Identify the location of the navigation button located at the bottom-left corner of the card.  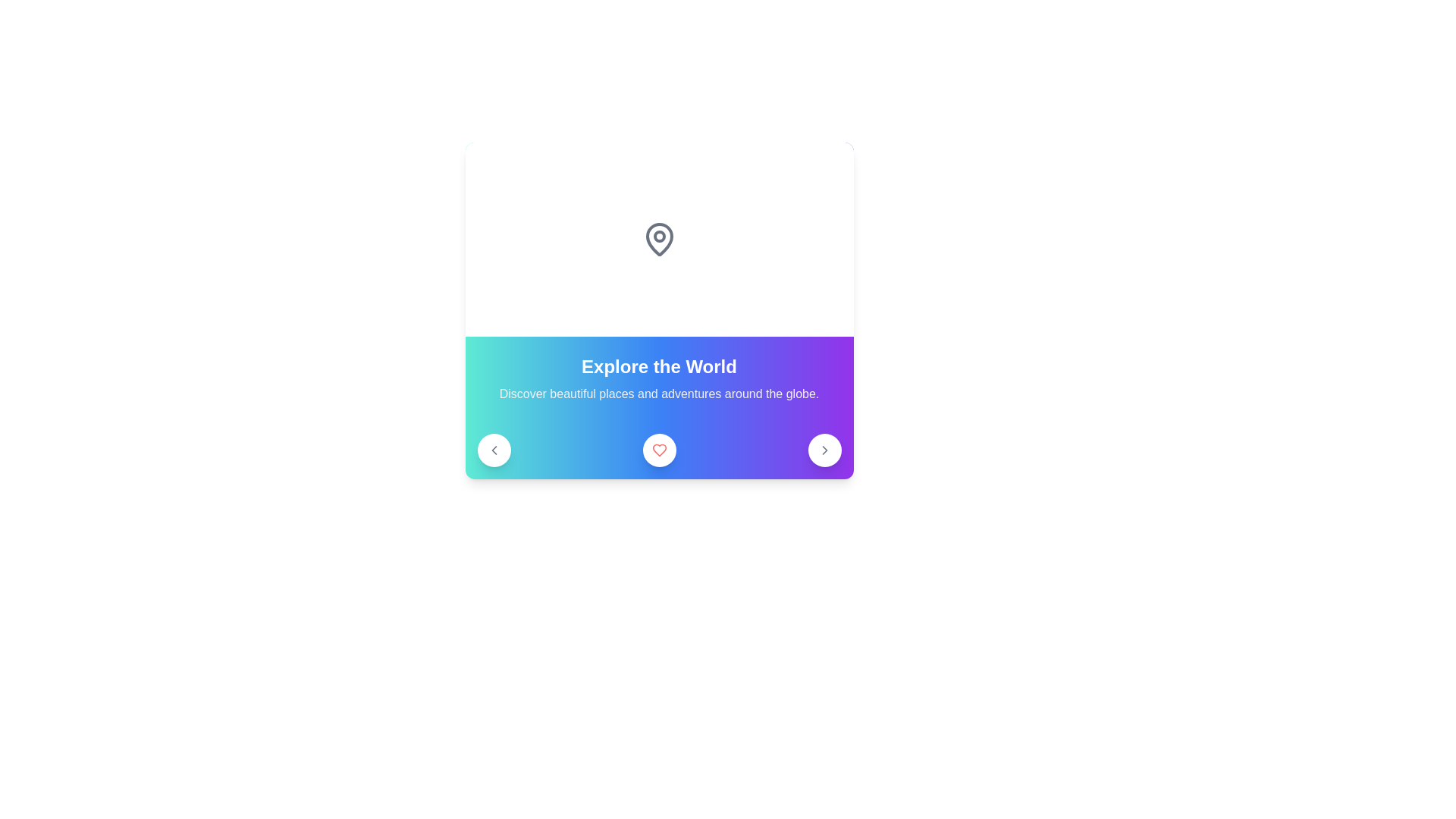
(494, 450).